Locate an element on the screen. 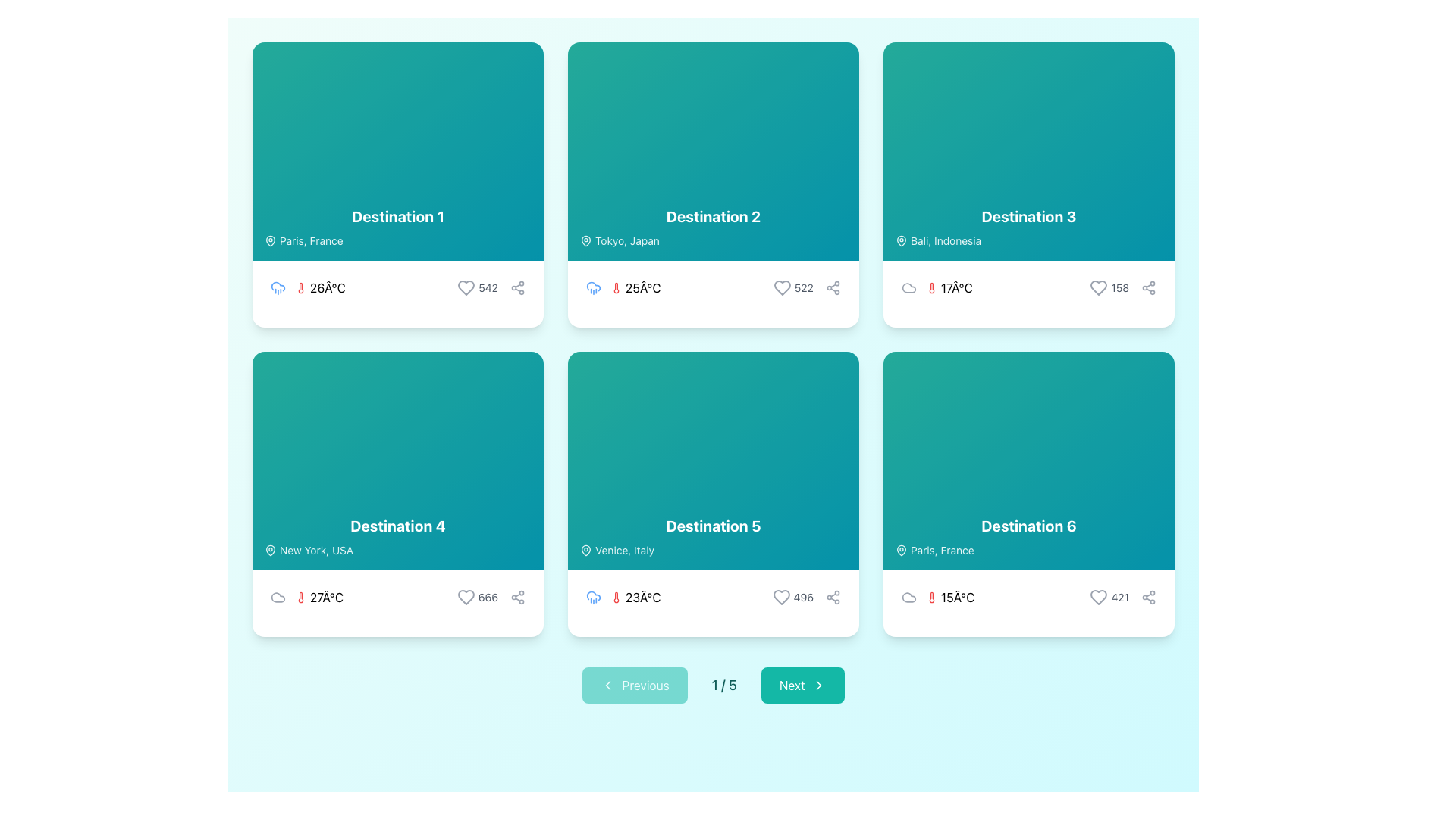  the cloud icon depicting rain, located in the Tokyo, Japan card, next to the text '25°C' is located at coordinates (592, 288).